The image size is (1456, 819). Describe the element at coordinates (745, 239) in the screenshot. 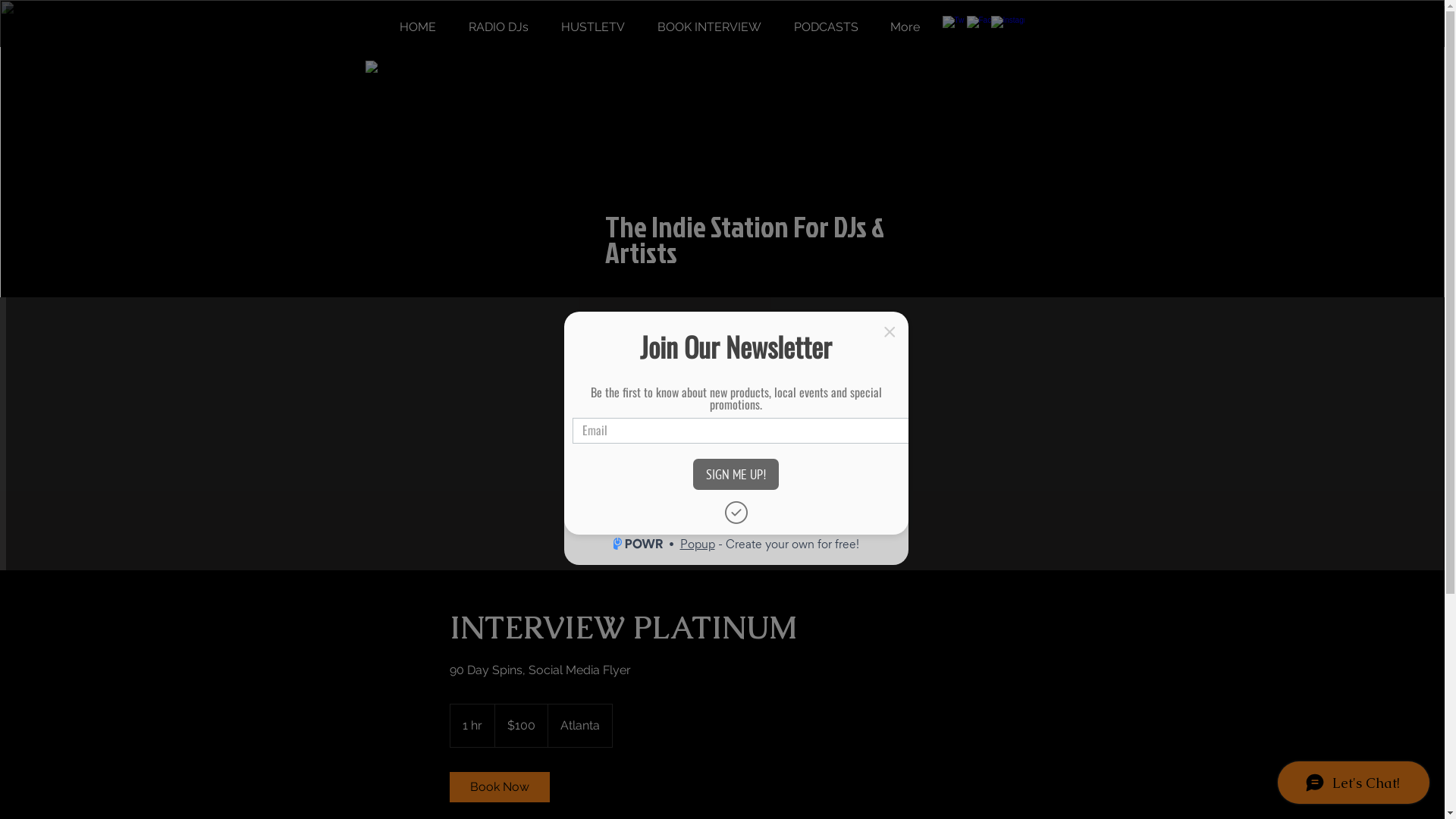

I see `'The Indie Station For DJs & Artists'` at that location.